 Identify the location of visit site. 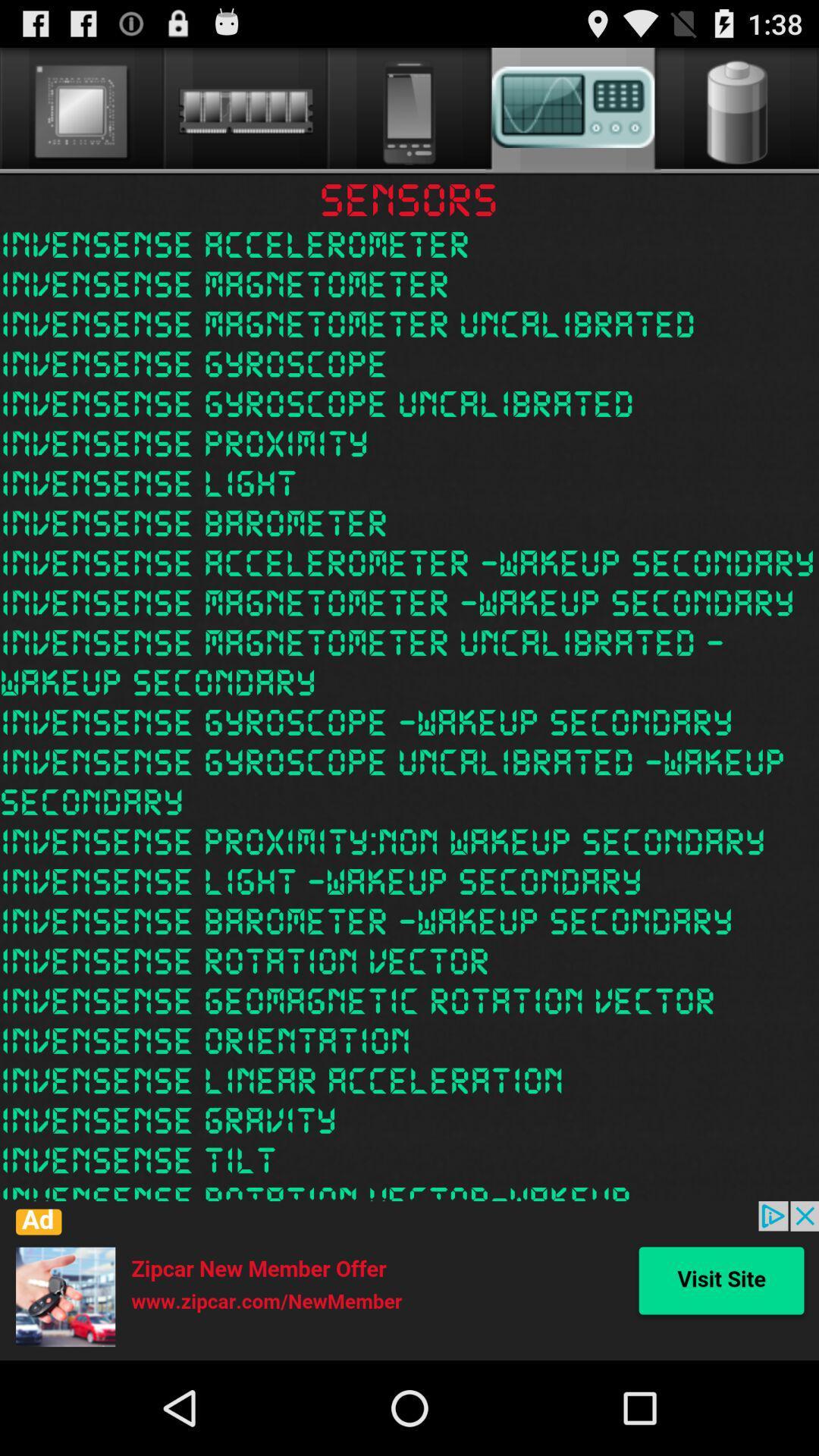
(409, 1280).